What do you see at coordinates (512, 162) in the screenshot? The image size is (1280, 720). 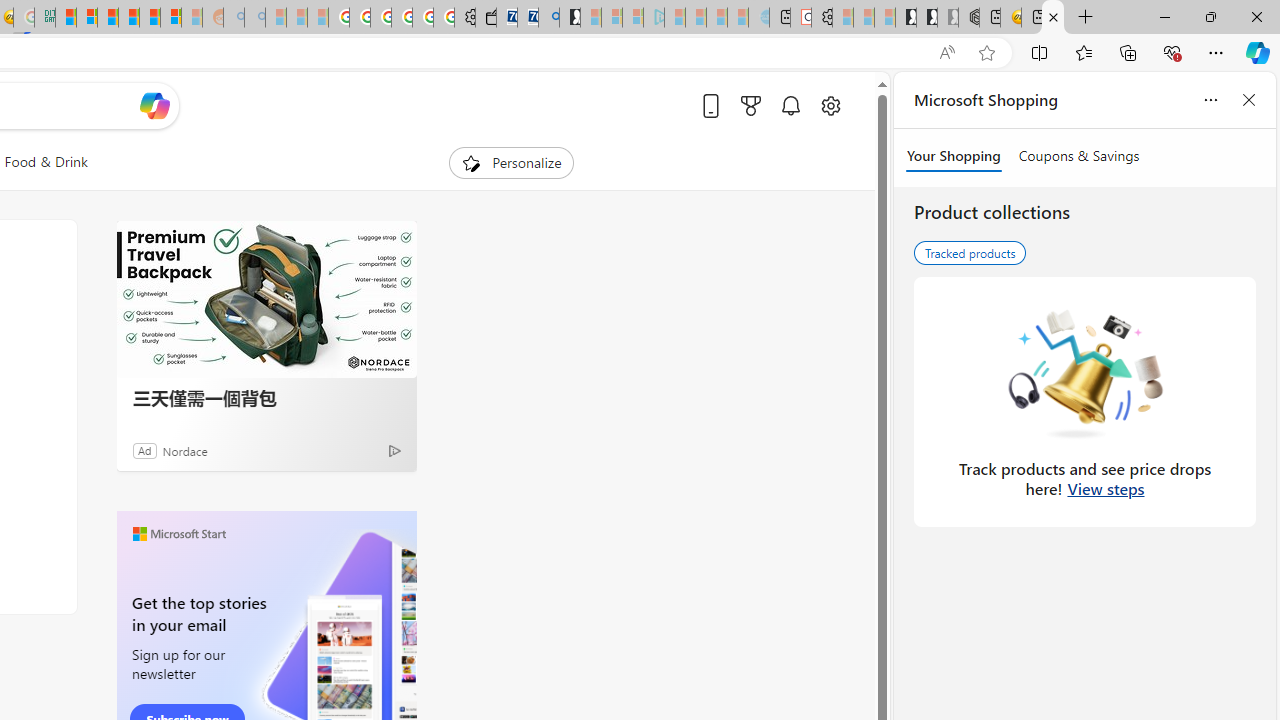 I see `'Personalize'` at bounding box center [512, 162].